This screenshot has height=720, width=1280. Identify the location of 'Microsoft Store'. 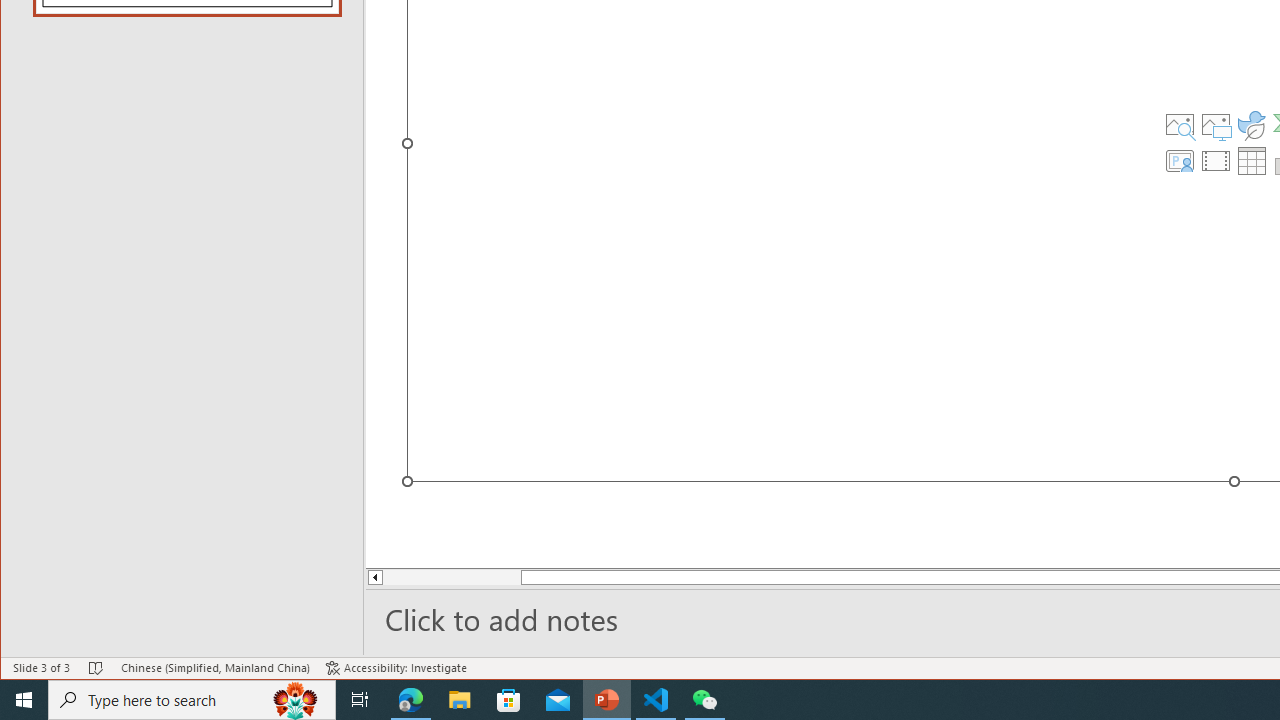
(509, 698).